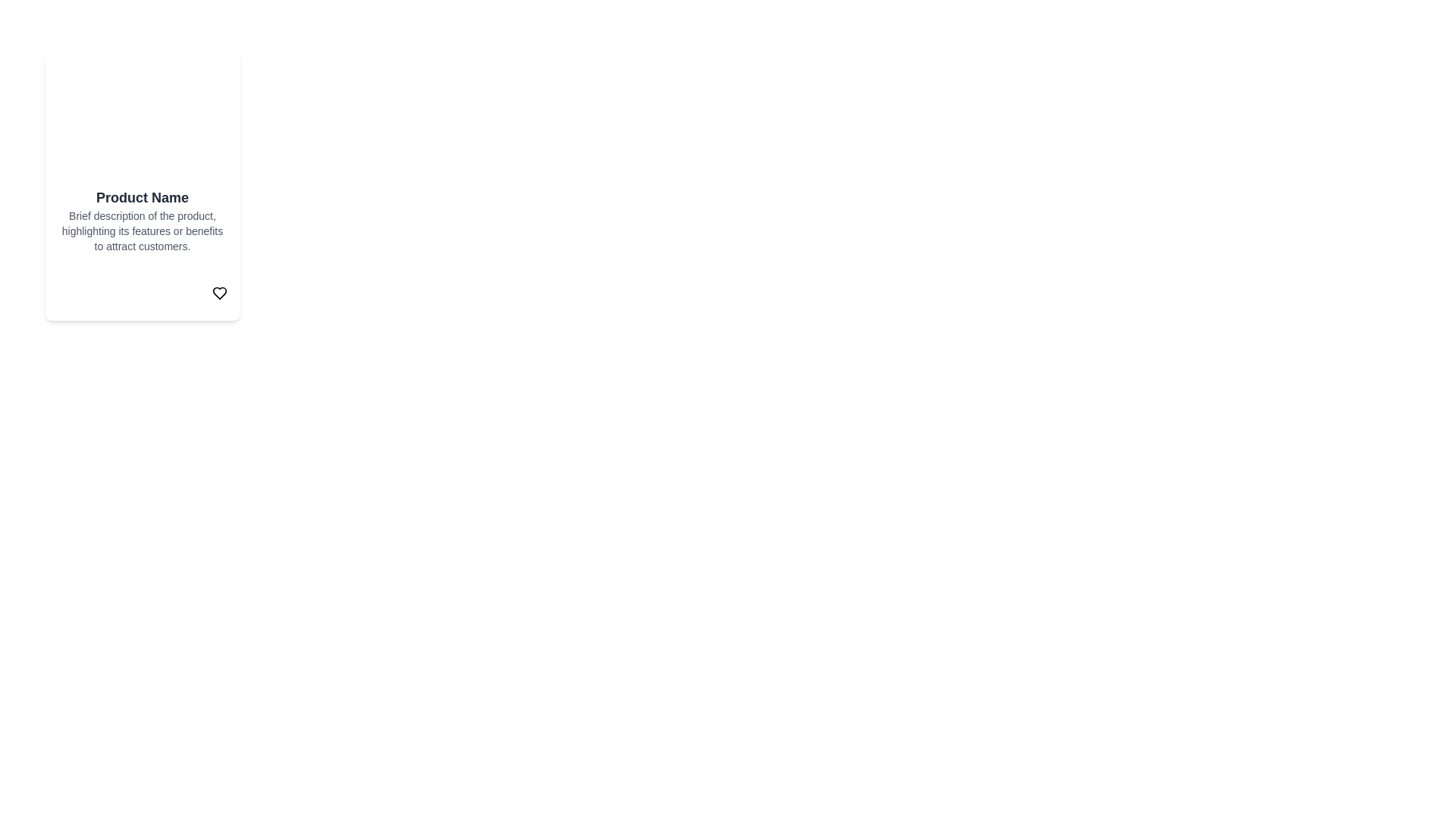 This screenshot has width=1456, height=819. I want to click on the 'Add to Cart' button located at the bottom of the product card, so click(142, 293).